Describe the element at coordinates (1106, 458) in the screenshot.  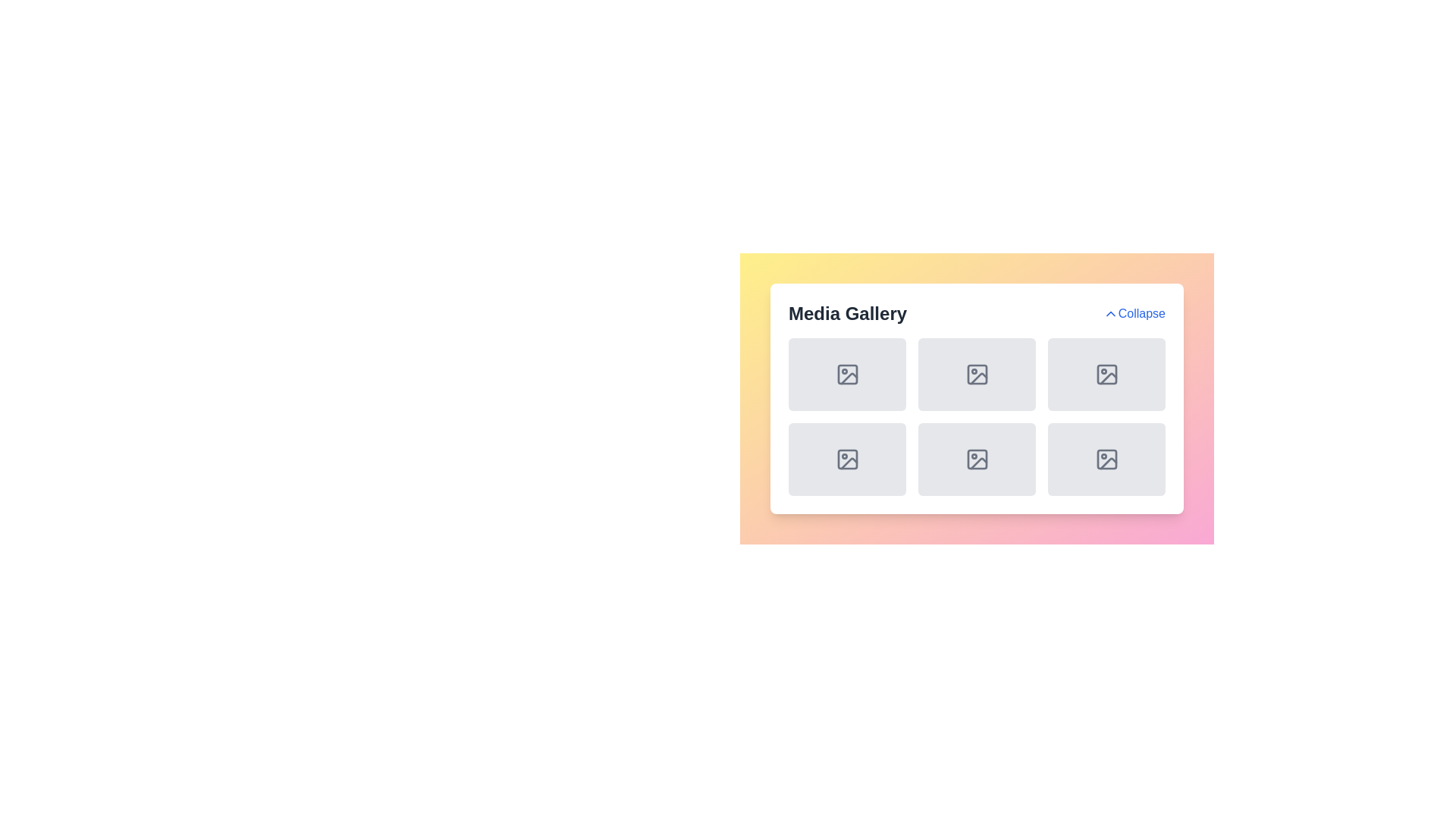
I see `the bottom-right icon in the media gallery section, which represents an image placeholder or thumbnail` at that location.